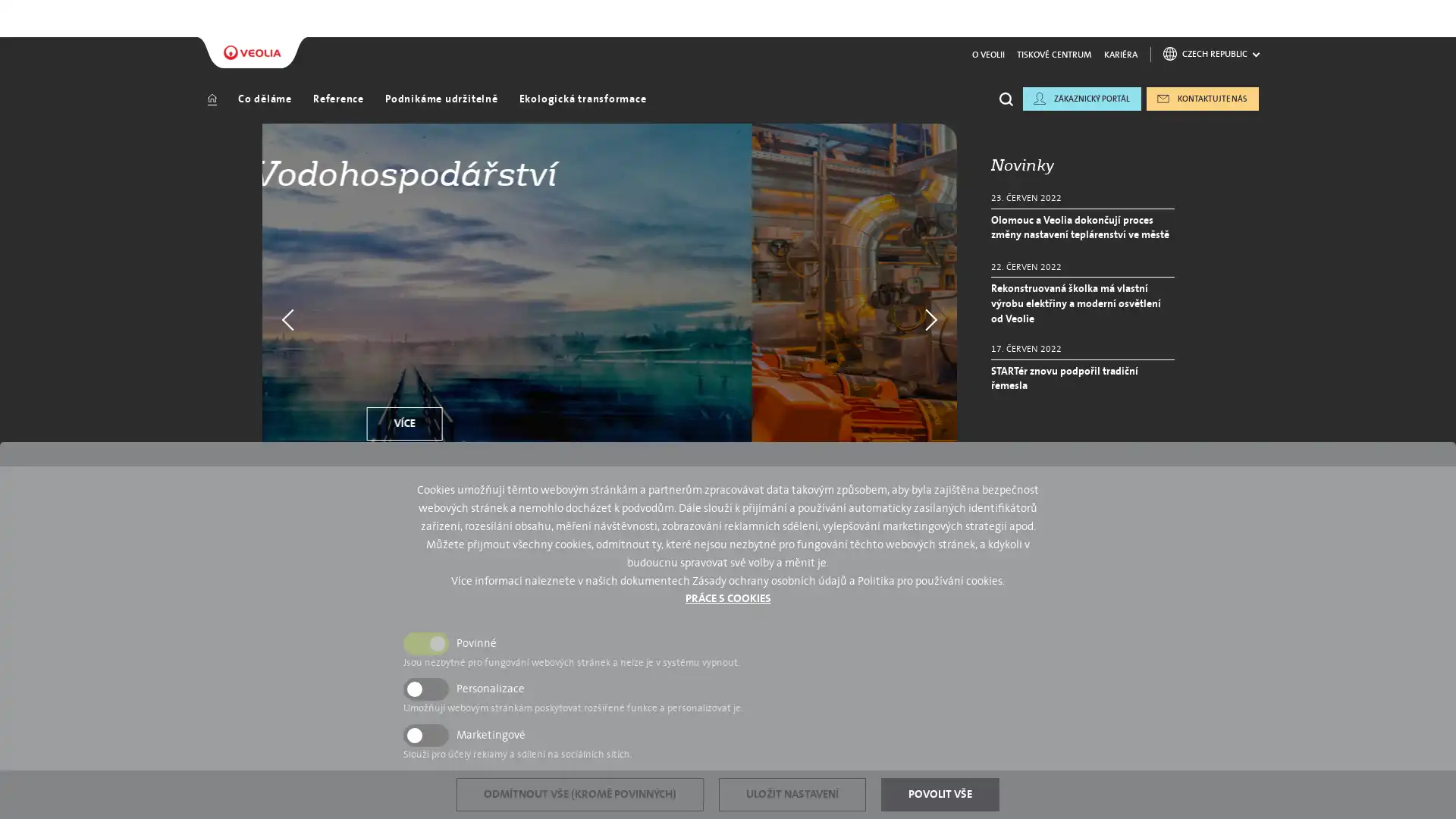  What do you see at coordinates (792, 794) in the screenshot?
I see `ULOZIT NASTAVENI` at bounding box center [792, 794].